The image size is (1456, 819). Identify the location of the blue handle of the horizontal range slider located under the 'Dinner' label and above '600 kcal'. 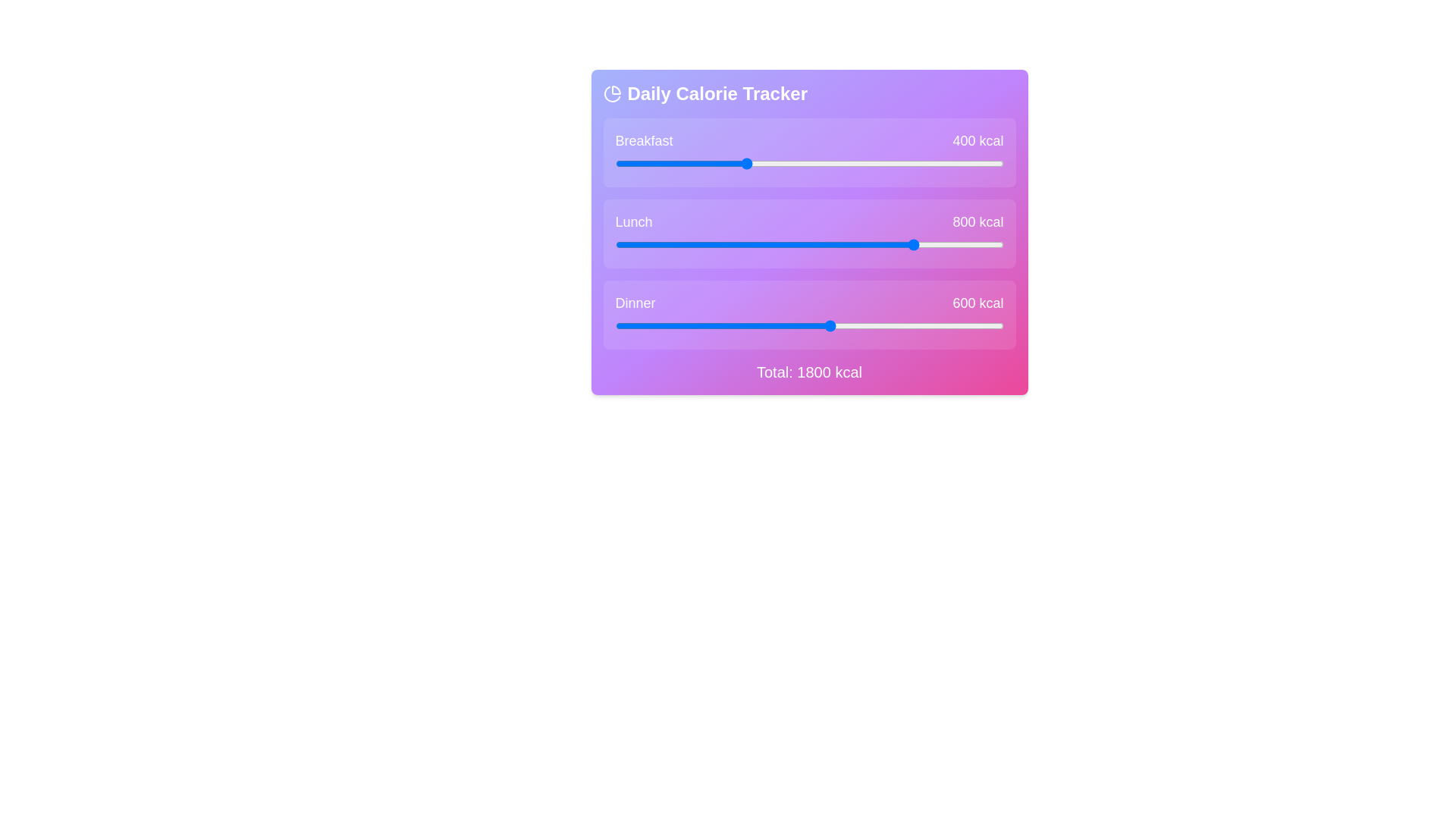
(808, 325).